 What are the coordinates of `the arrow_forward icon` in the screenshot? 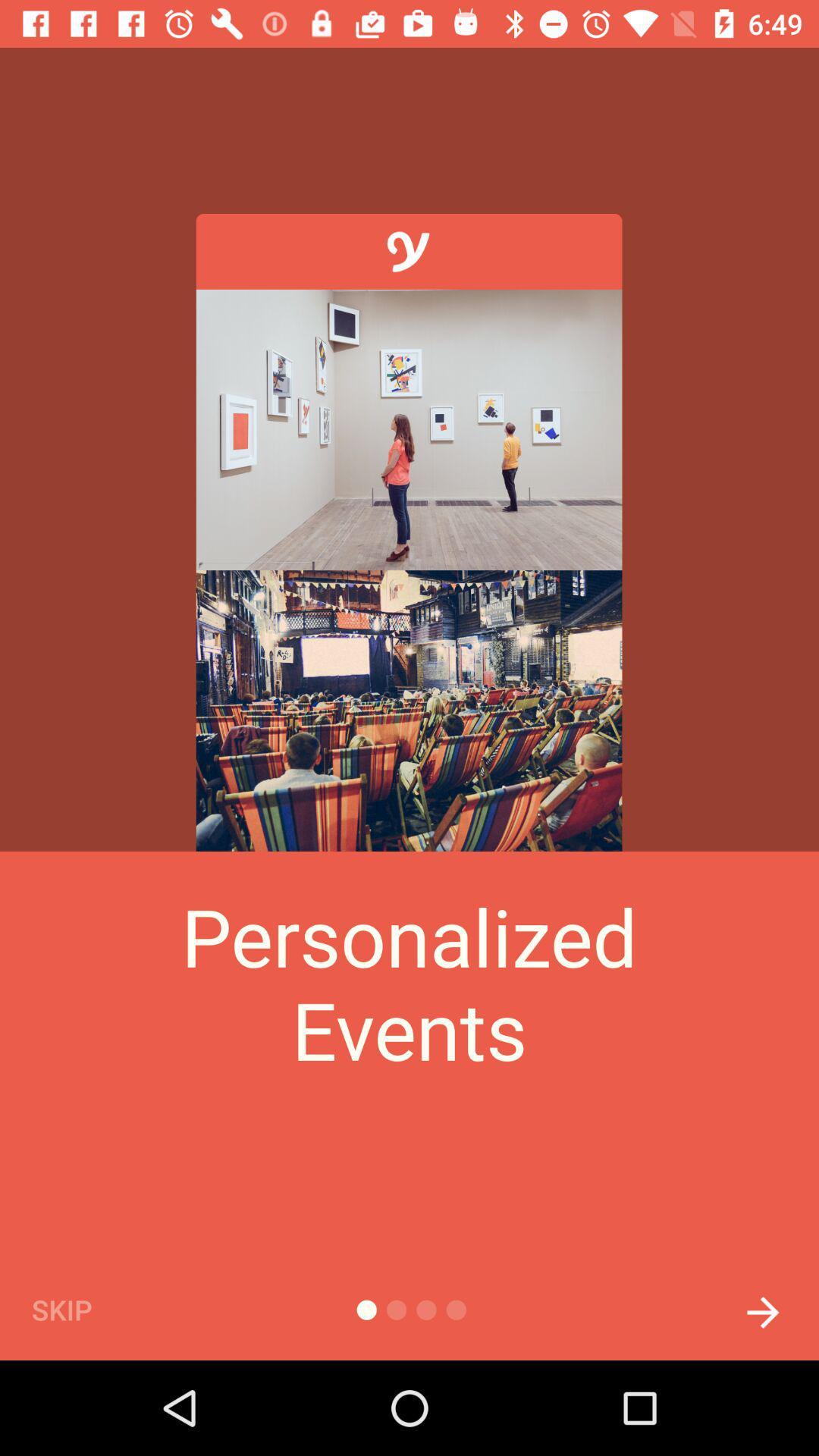 It's located at (763, 1307).